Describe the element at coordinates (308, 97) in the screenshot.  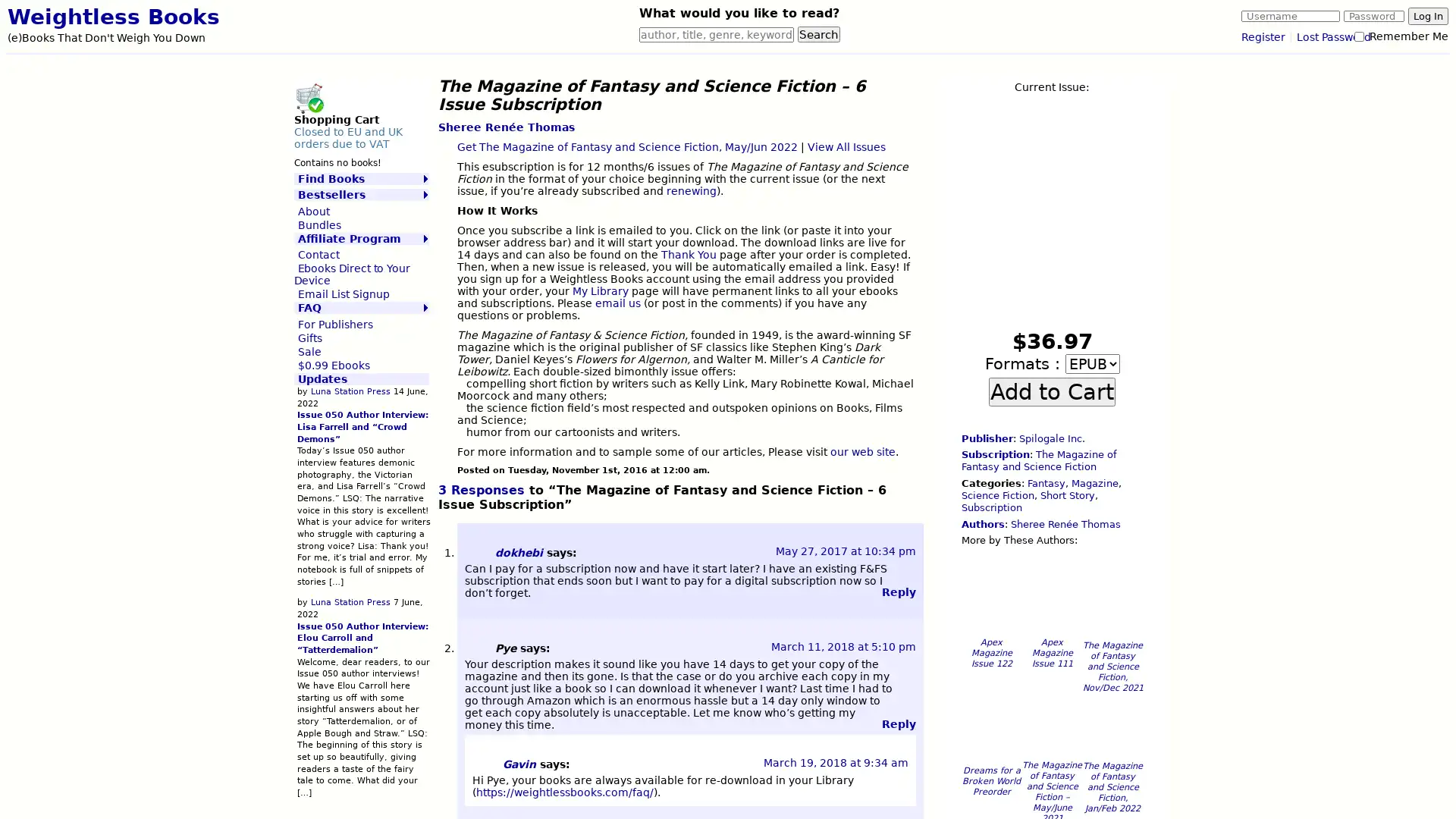
I see `Shopping Cart` at that location.